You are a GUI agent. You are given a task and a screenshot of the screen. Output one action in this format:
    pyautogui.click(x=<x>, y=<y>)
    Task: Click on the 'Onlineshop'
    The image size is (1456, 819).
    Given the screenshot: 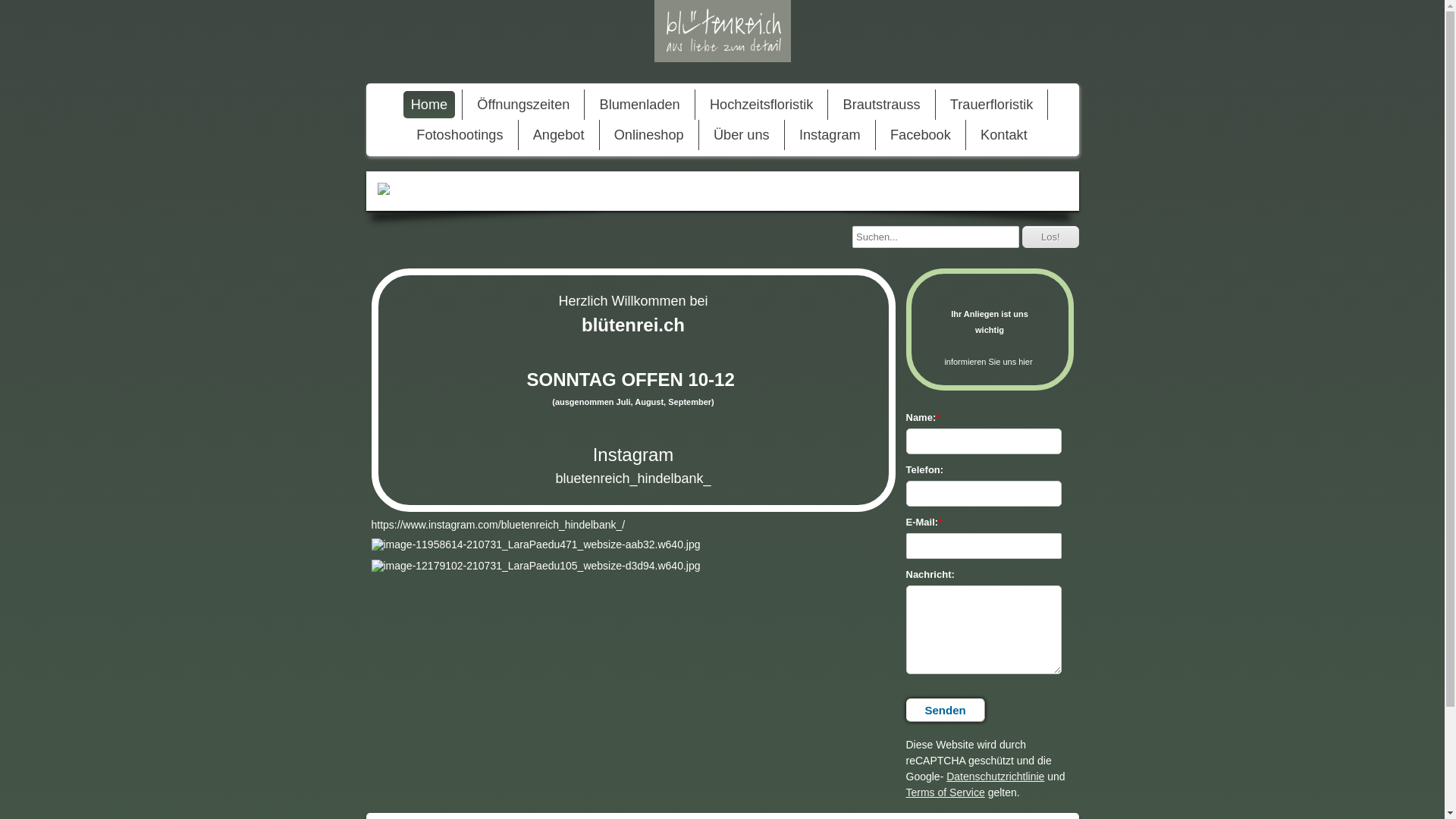 What is the action you would take?
    pyautogui.click(x=648, y=133)
    